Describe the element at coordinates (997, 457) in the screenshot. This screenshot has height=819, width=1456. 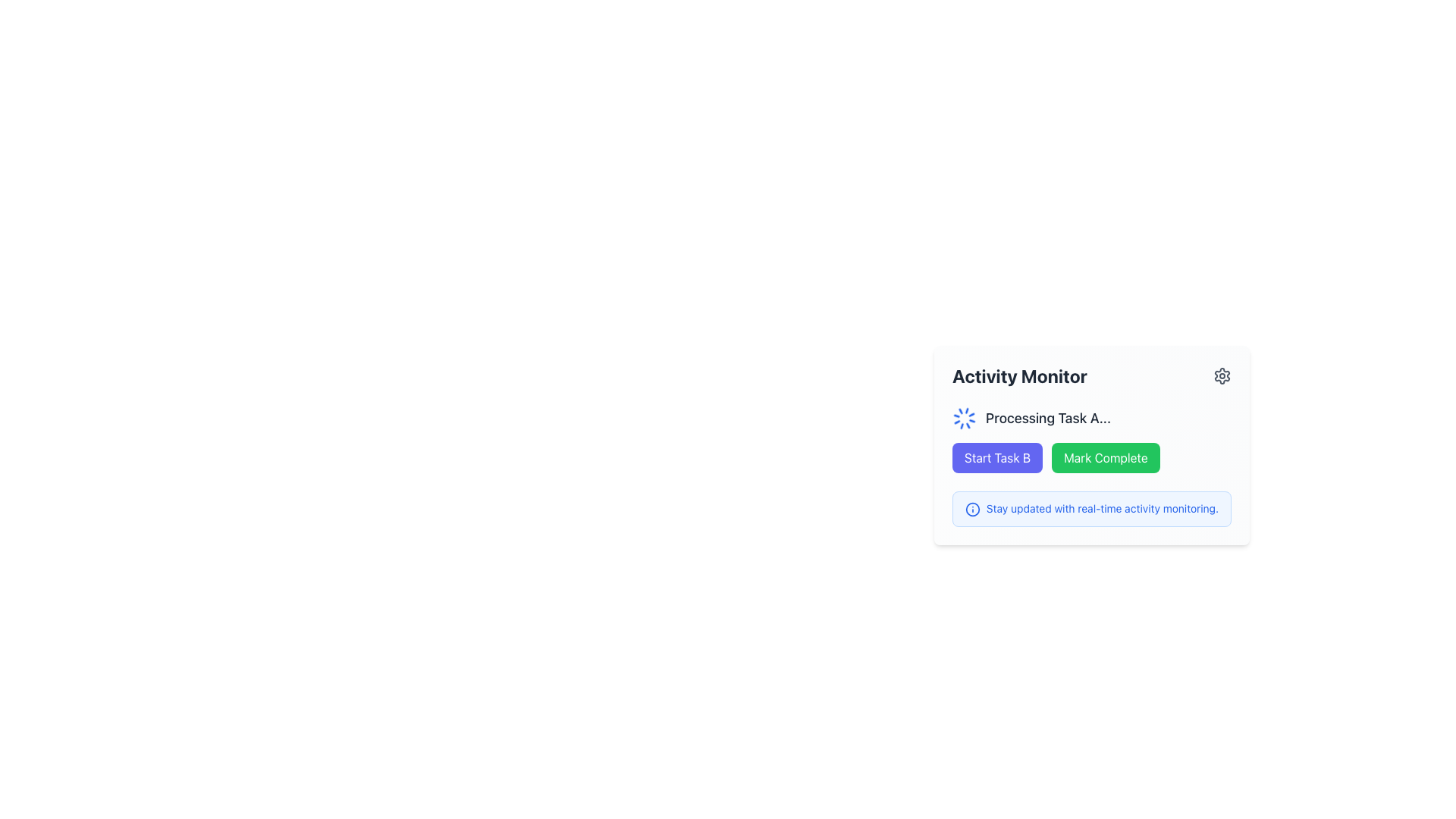
I see `the first button in the lower right section of the interface to initiate Task B` at that location.